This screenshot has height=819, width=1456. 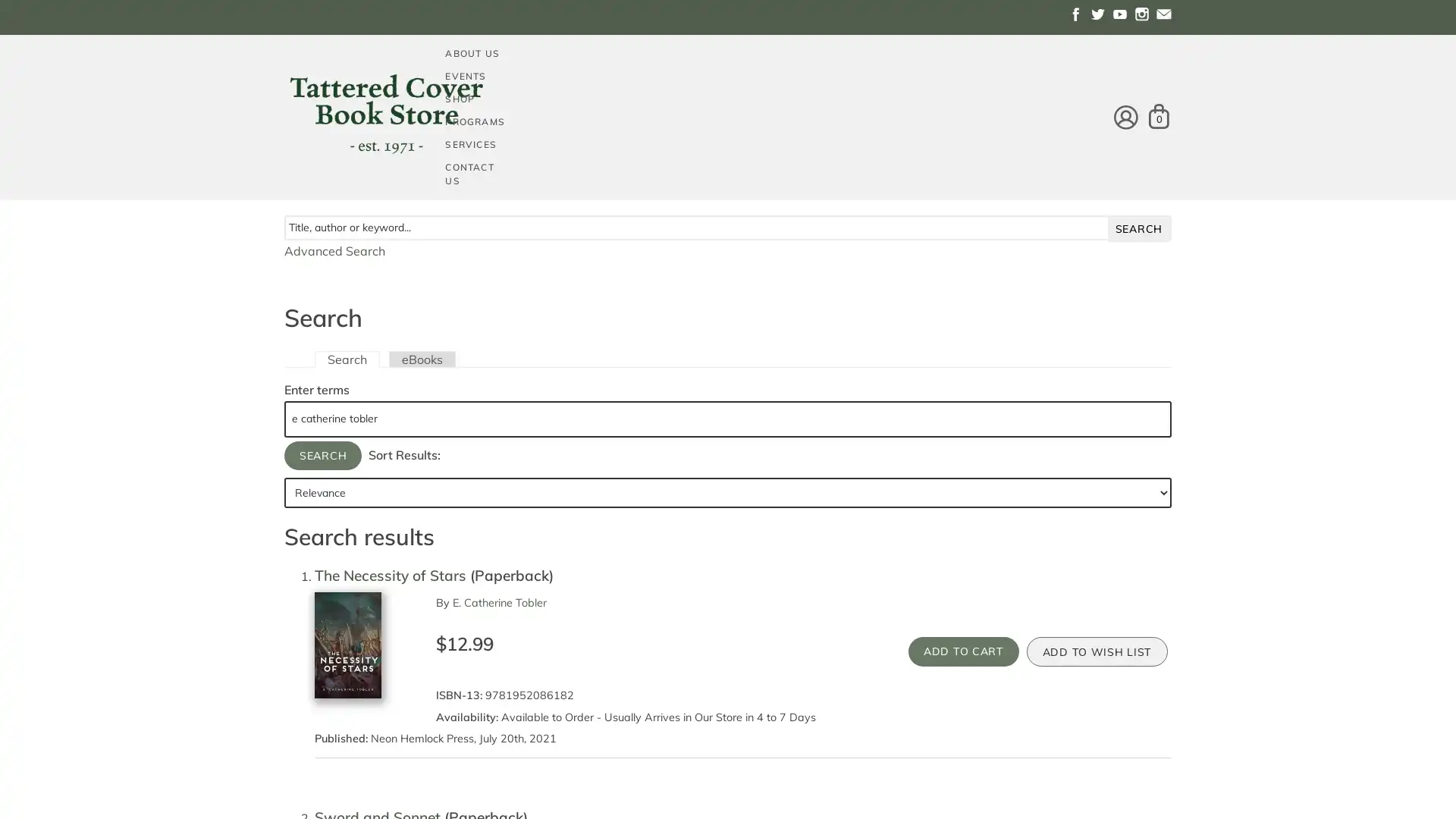 What do you see at coordinates (1138, 228) in the screenshot?
I see `search` at bounding box center [1138, 228].